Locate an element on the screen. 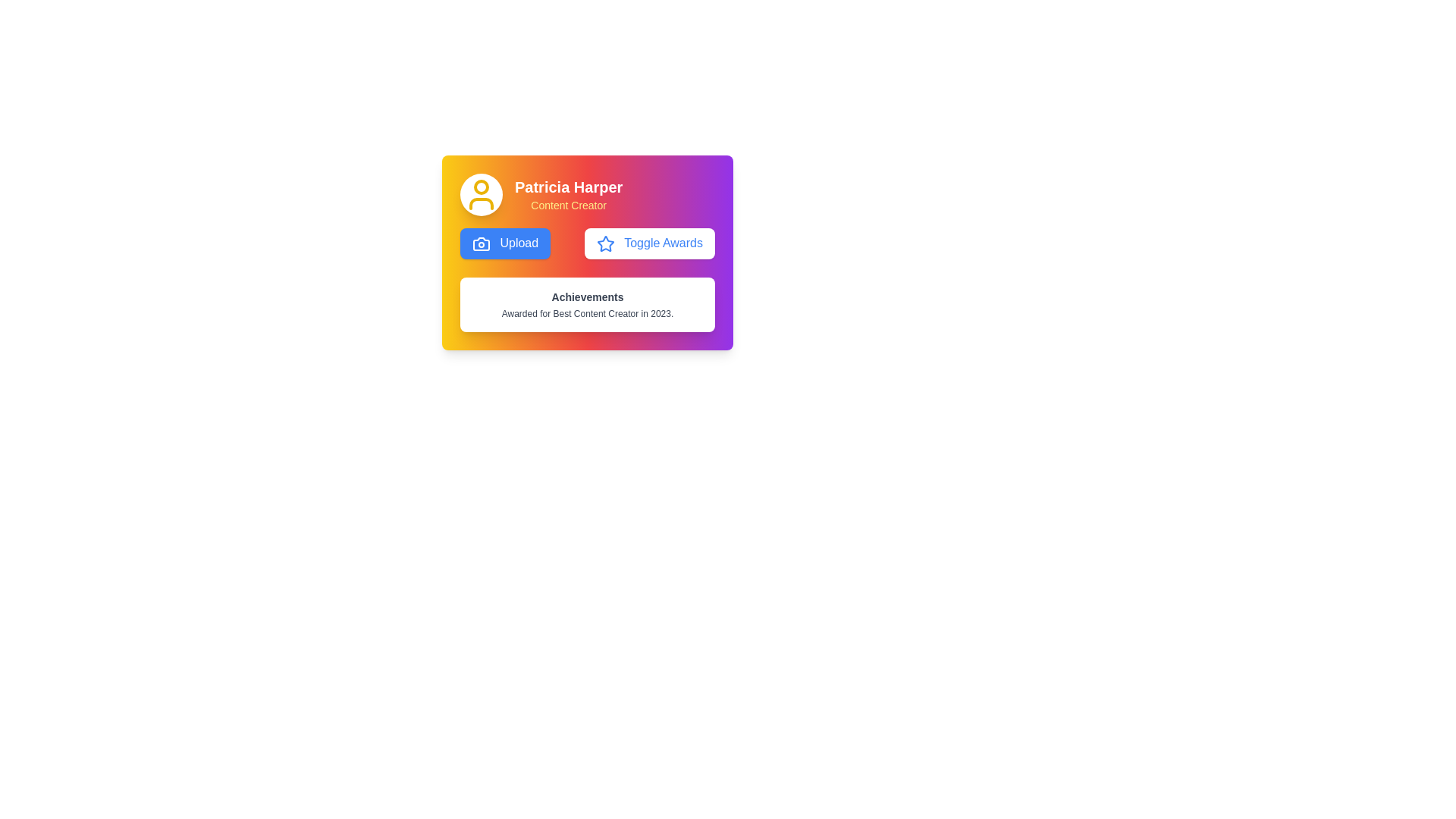 This screenshot has height=819, width=1456. the rectangular button labeled 'Toggle Awards' with a white background and blue text, featuring a star icon to the left is located at coordinates (650, 243).